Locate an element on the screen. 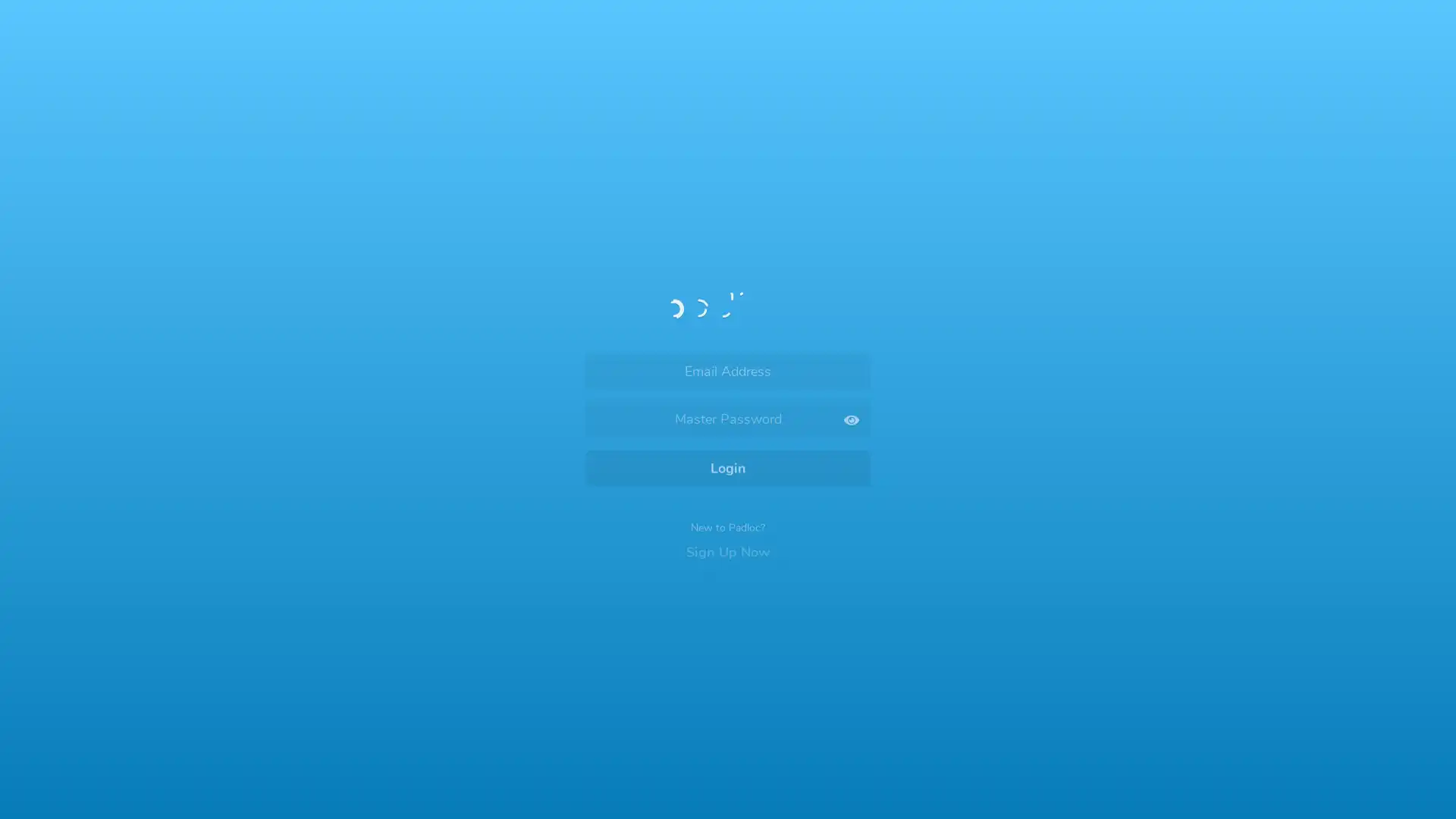  Create Organization is located at coordinates (807, 501).